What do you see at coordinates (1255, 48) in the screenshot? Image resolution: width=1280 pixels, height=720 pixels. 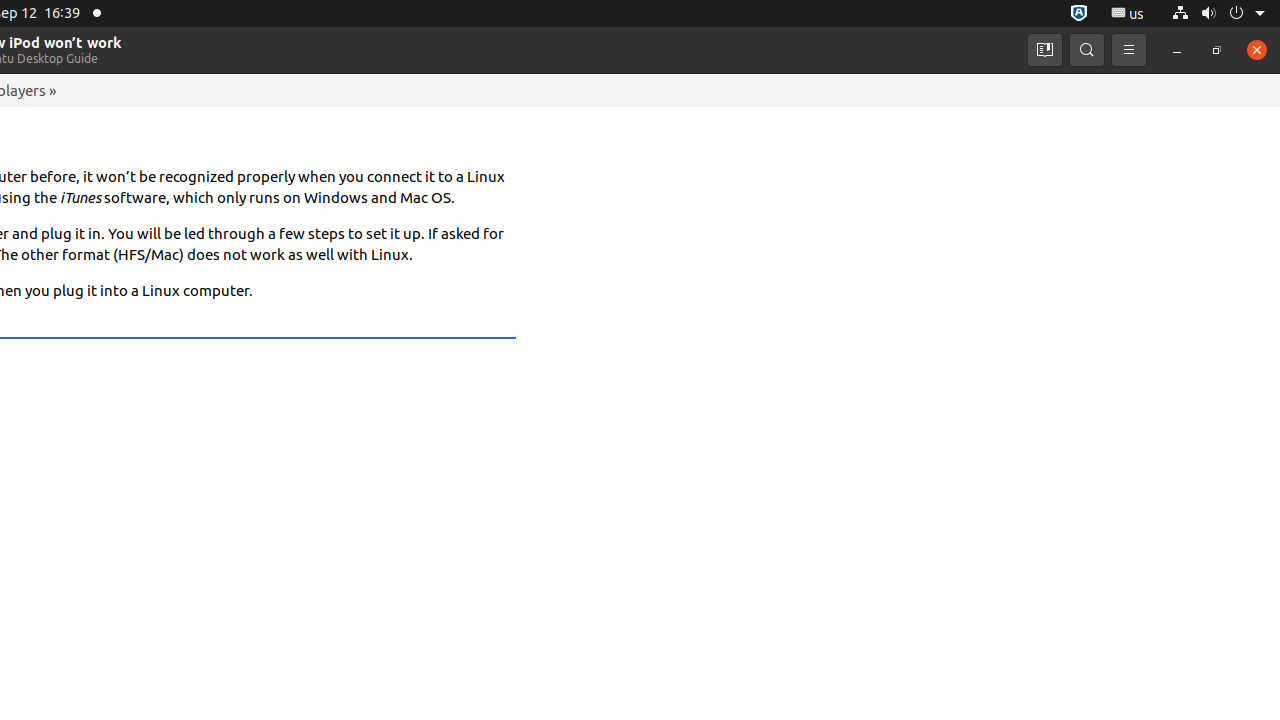 I see `'Close'` at bounding box center [1255, 48].